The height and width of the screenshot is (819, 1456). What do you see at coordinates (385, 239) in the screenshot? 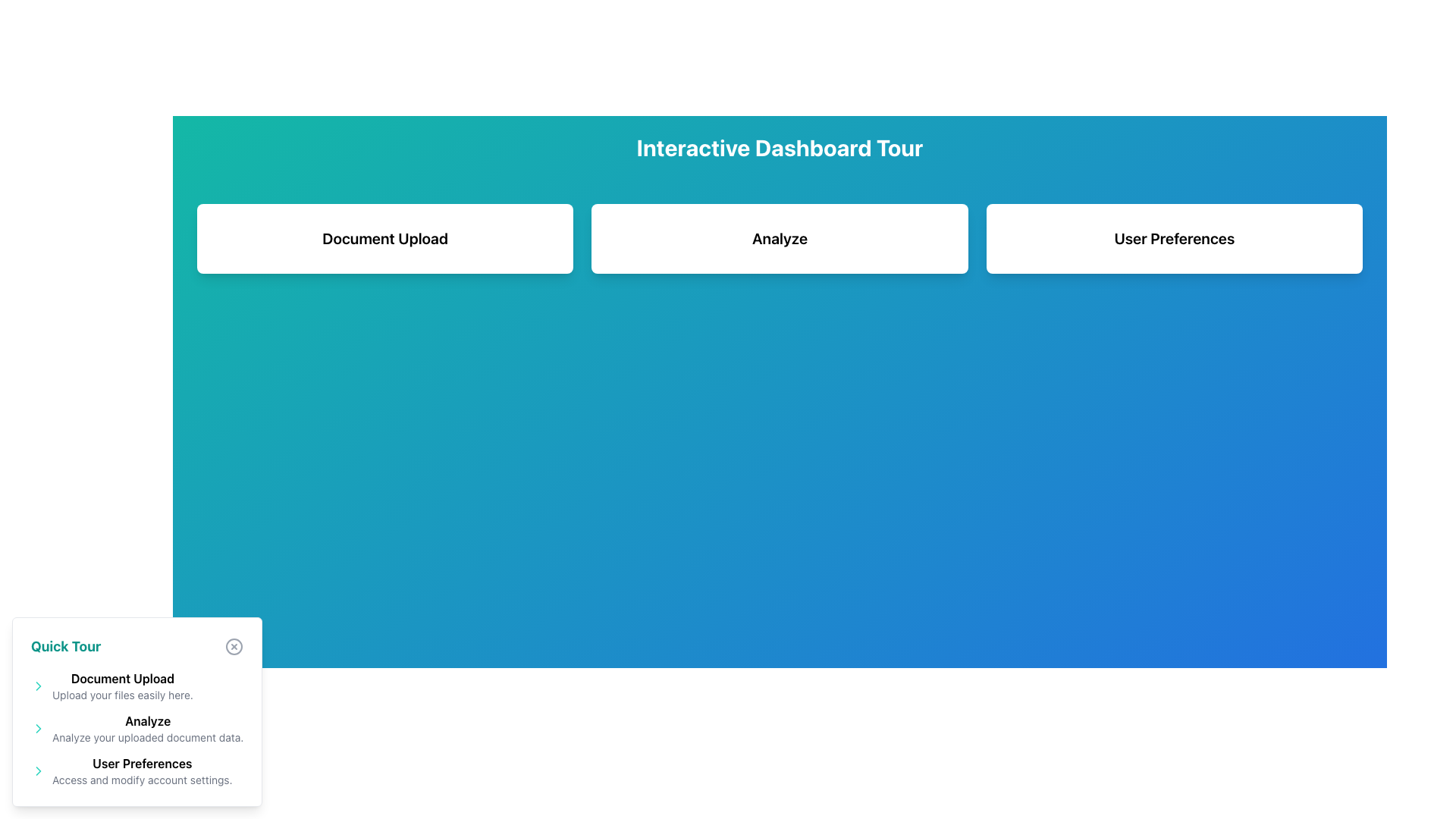
I see `the leftmost static card in the row, which indicates document upload actions` at bounding box center [385, 239].